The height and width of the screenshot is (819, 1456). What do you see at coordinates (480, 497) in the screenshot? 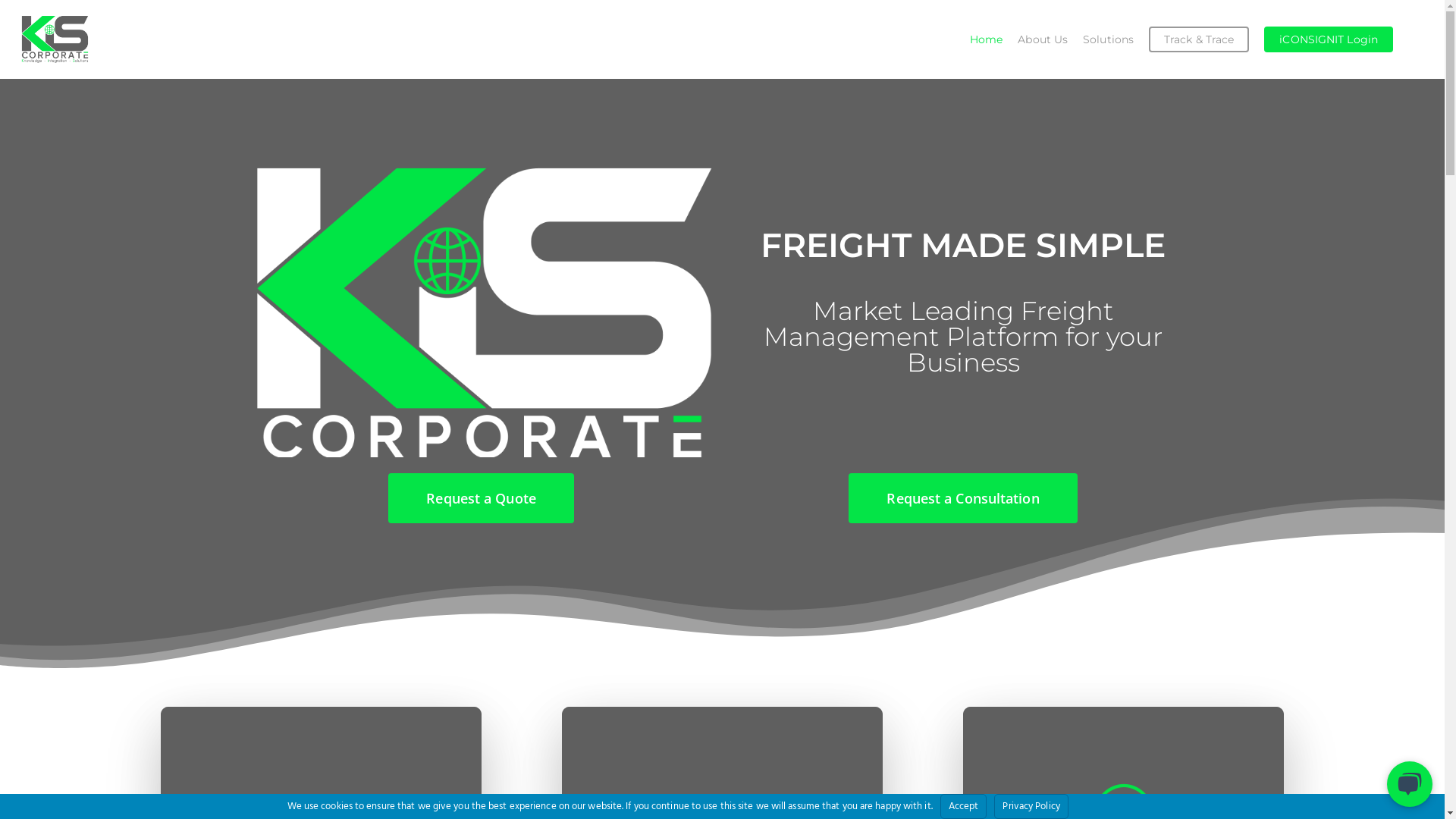
I see `'Request a Quote'` at bounding box center [480, 497].